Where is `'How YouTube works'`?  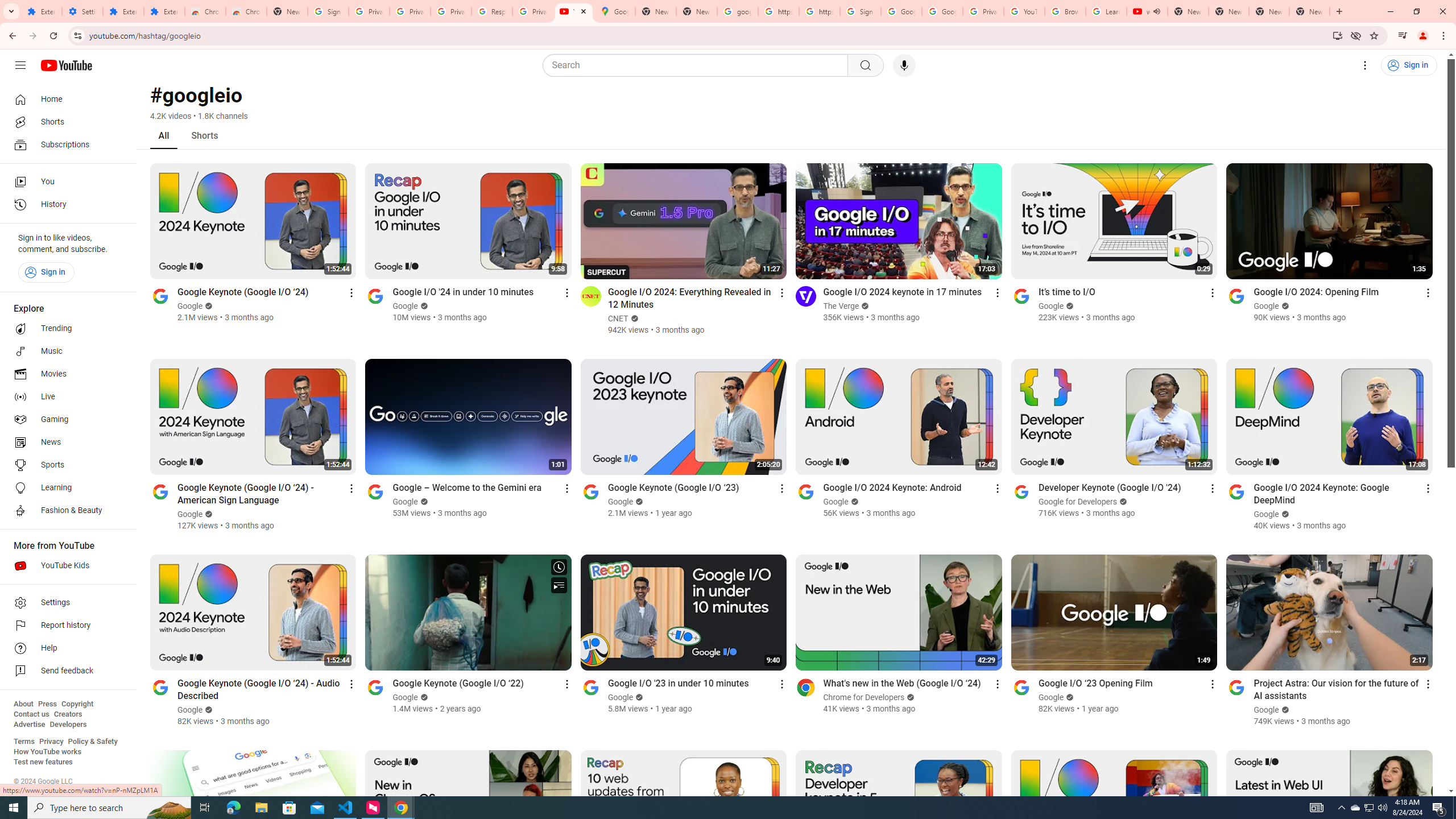 'How YouTube works' is located at coordinates (47, 751).